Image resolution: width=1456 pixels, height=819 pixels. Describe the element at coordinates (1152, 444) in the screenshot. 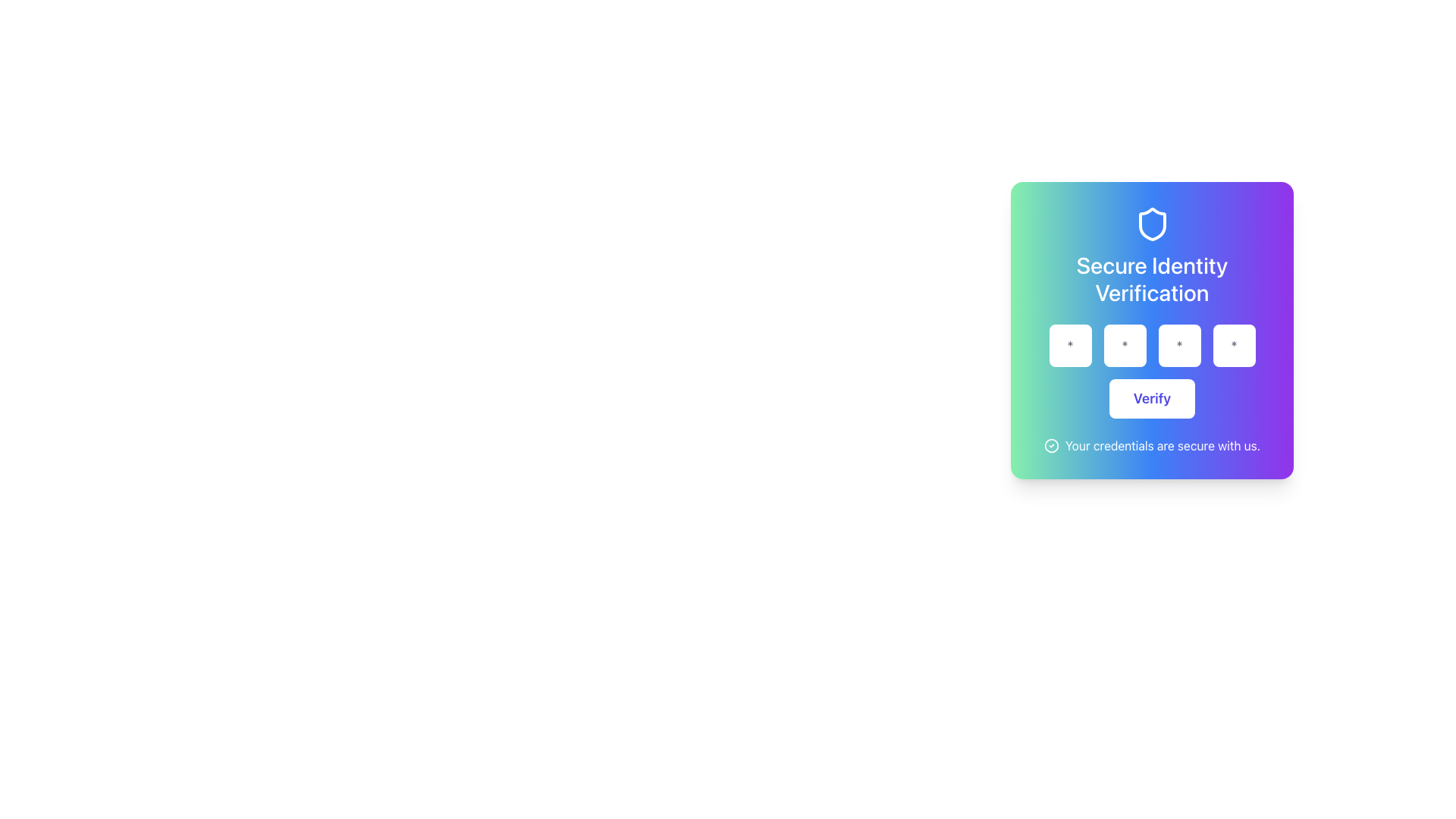

I see `the assurance message text with accompanying icon located at the bottom of the card-like component, which conveys the security of user credentials` at that location.